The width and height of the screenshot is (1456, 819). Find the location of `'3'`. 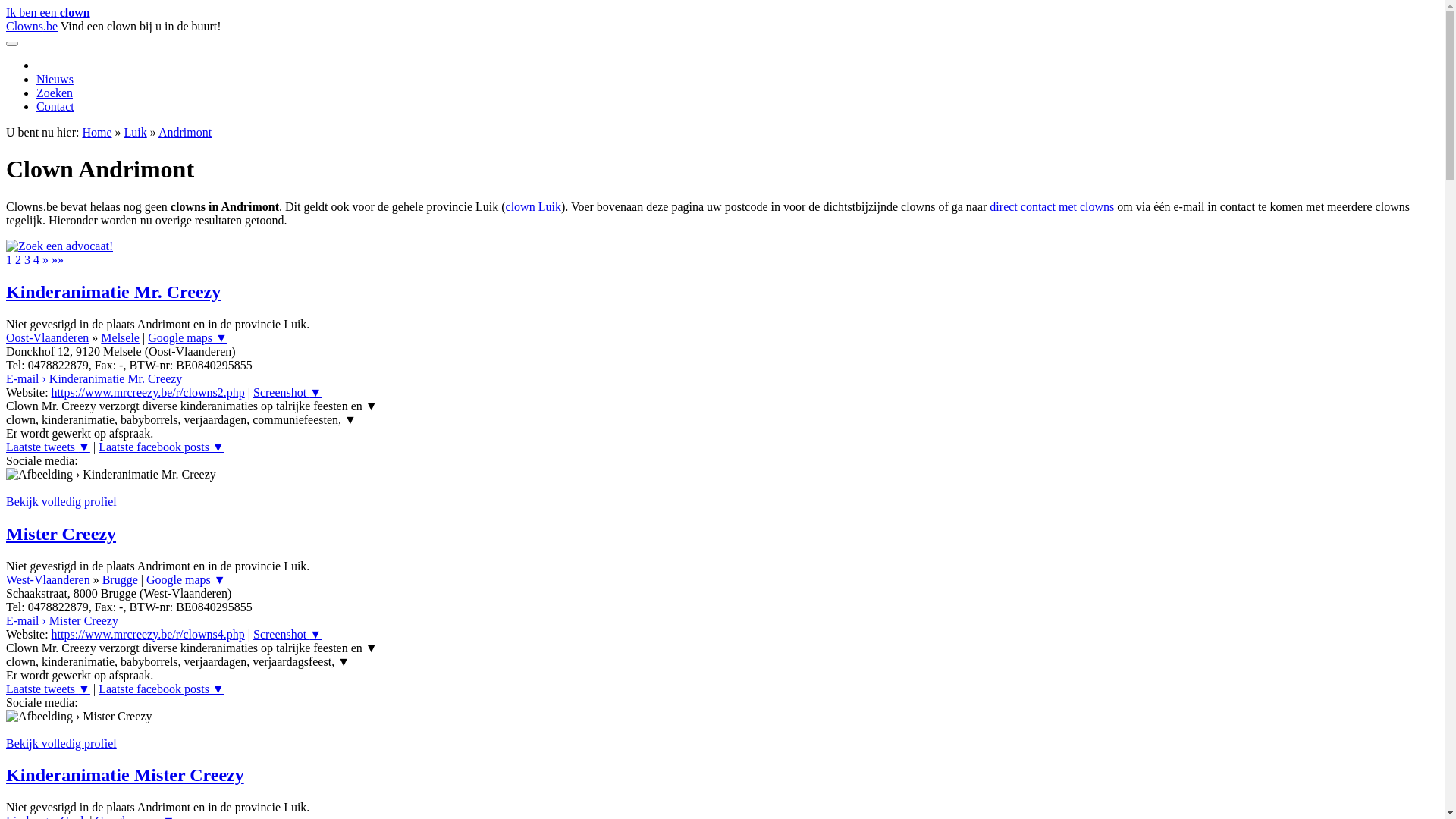

'3' is located at coordinates (24, 259).